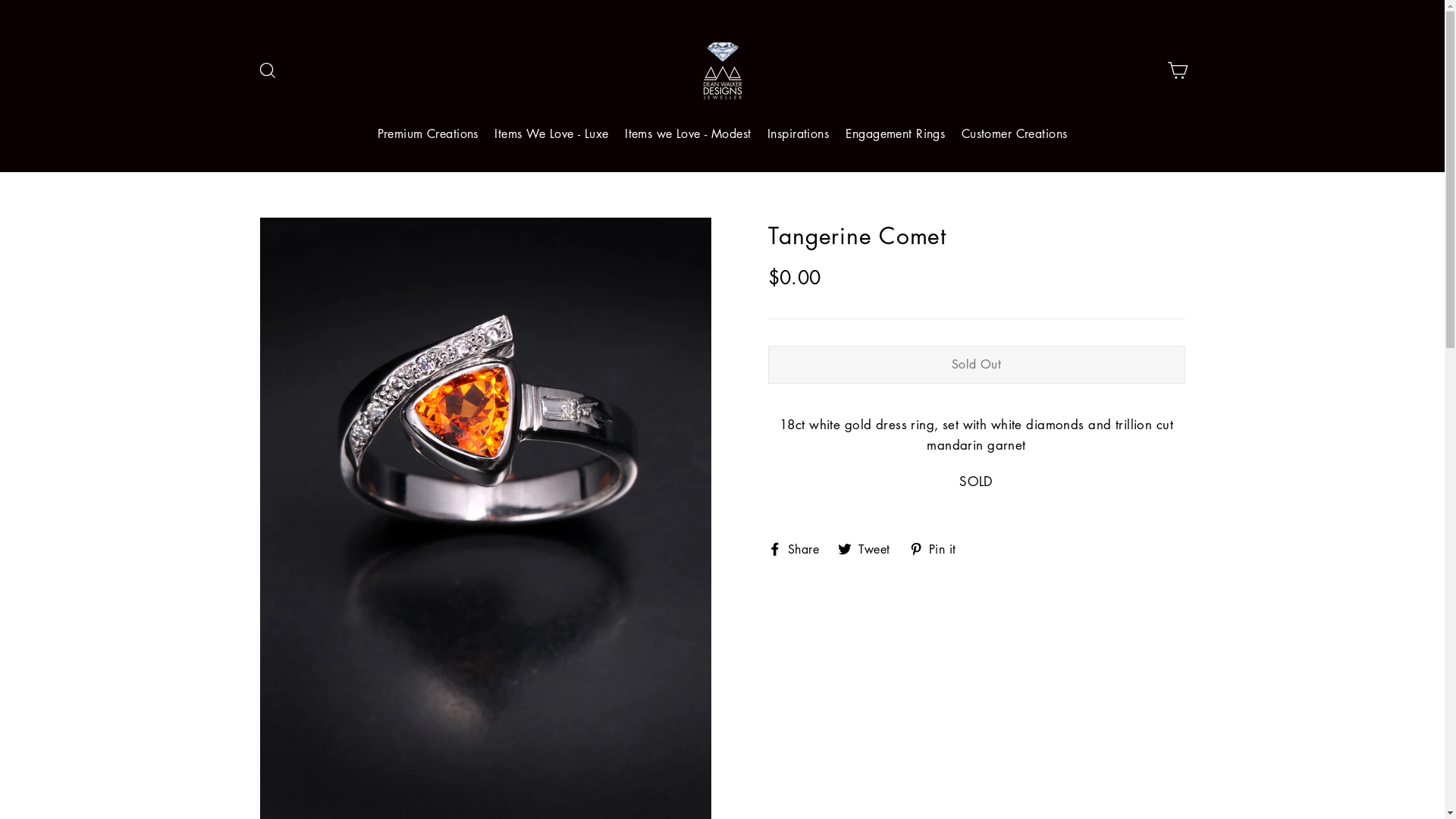 The image size is (1456, 819). What do you see at coordinates (1015, 133) in the screenshot?
I see `'Customer Creations'` at bounding box center [1015, 133].